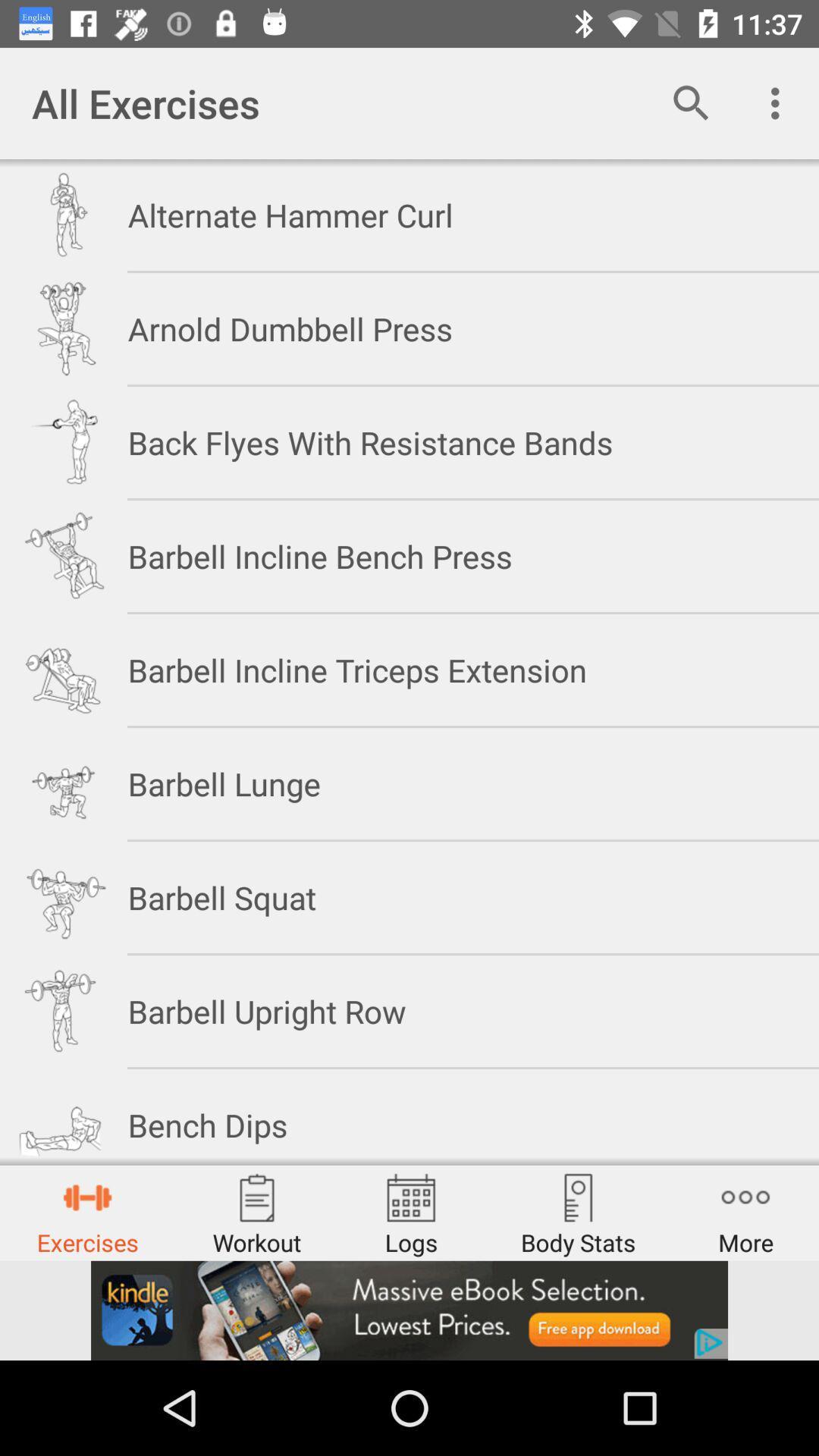 The height and width of the screenshot is (1456, 819). Describe the element at coordinates (409, 1310) in the screenshot. I see `advisement` at that location.